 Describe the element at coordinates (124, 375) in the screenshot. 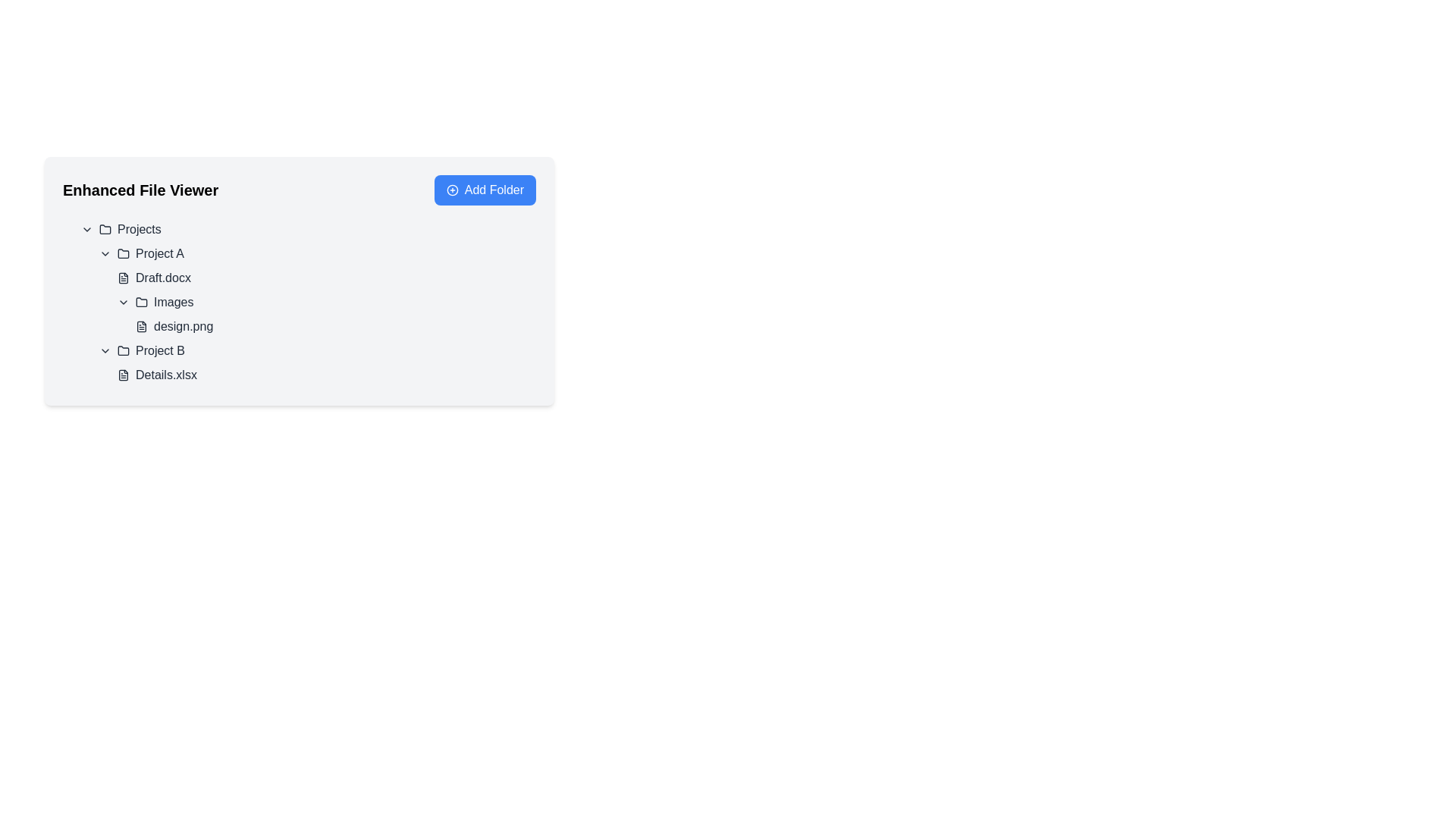

I see `the small black-and-white outlined document icon located to the left of the 'Details.xlsx' label in the file viewer interface` at that location.